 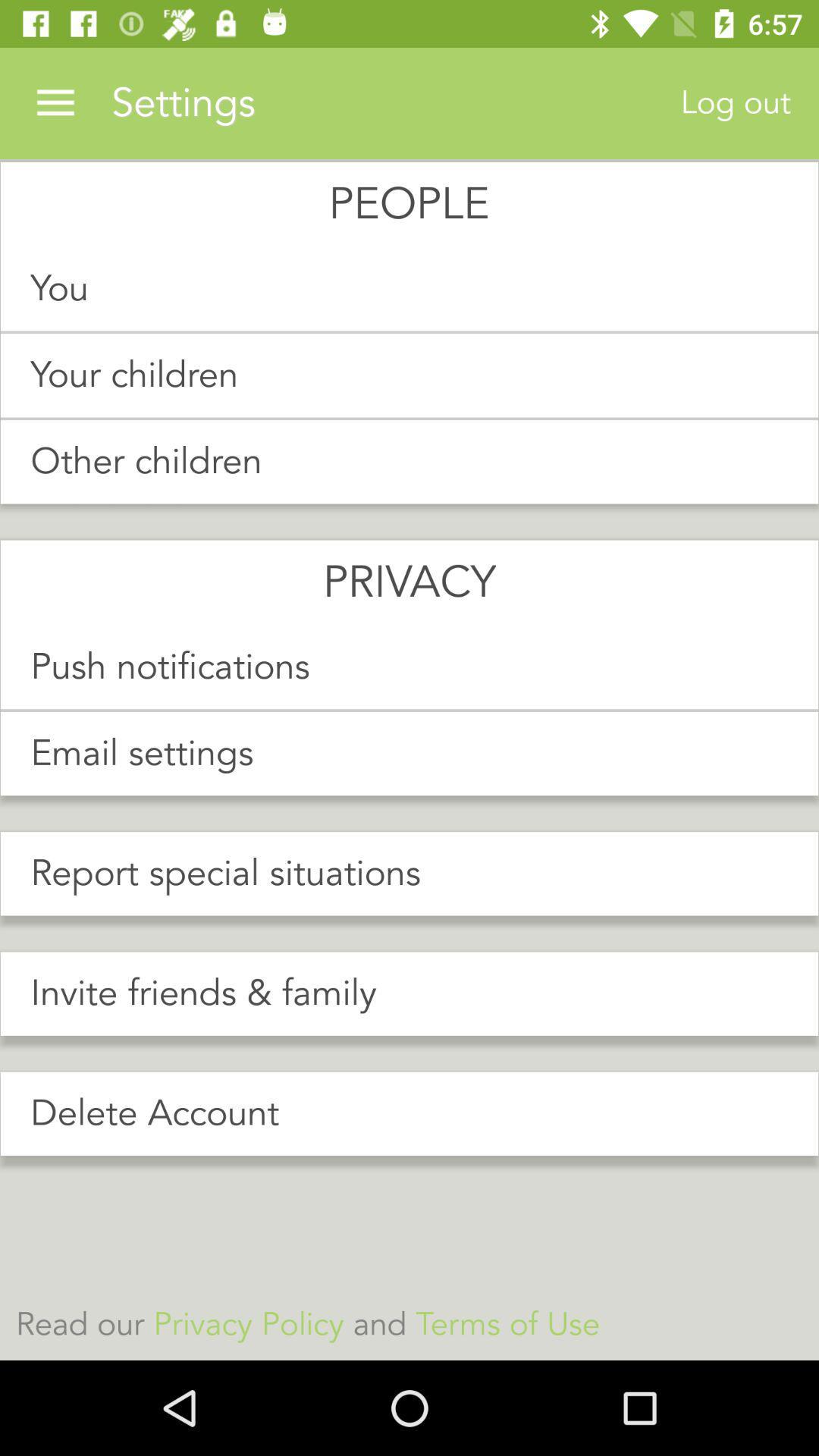 What do you see at coordinates (409, 375) in the screenshot?
I see `your children item` at bounding box center [409, 375].